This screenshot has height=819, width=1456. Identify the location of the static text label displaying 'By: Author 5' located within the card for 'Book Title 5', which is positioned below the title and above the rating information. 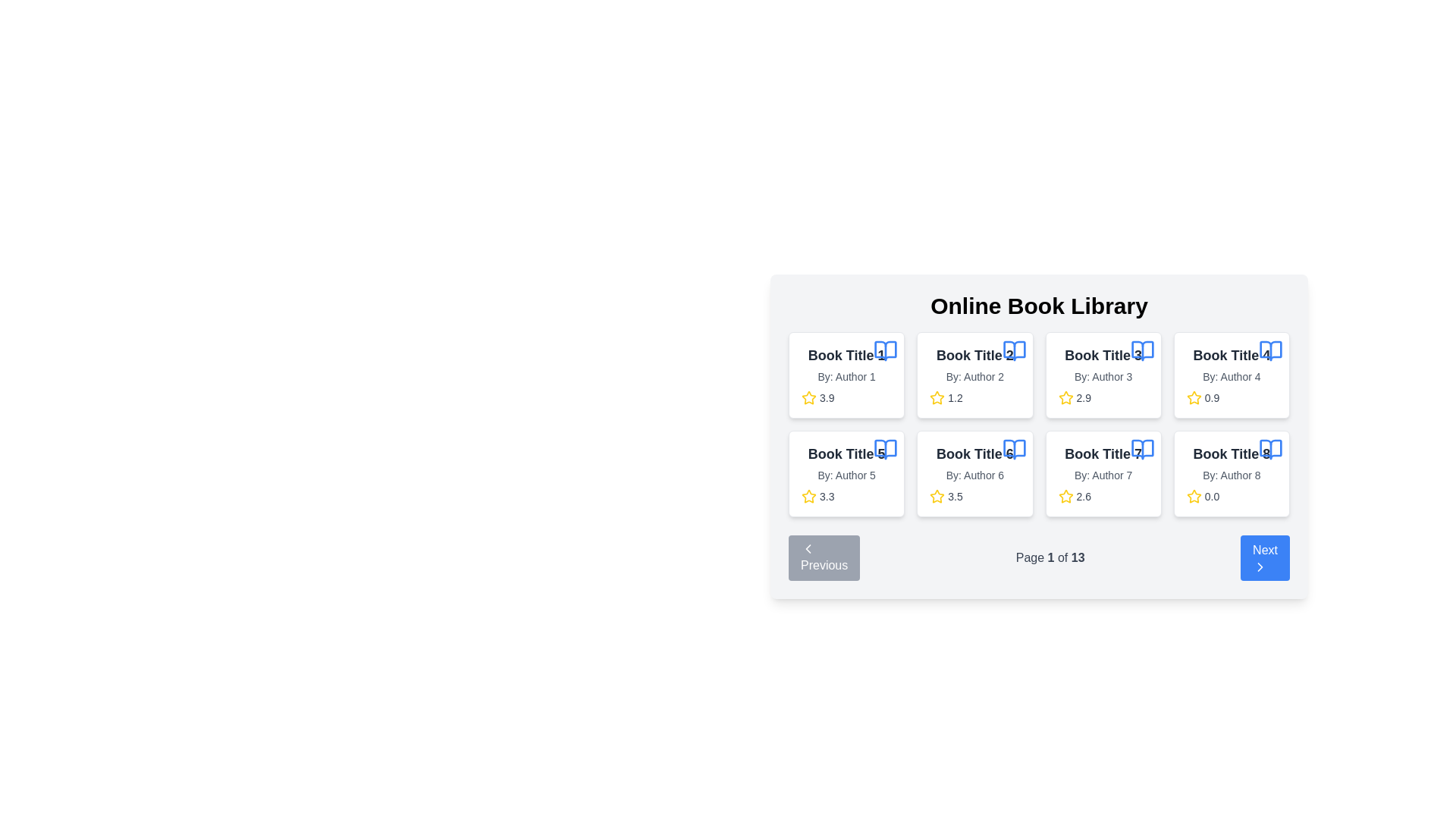
(846, 475).